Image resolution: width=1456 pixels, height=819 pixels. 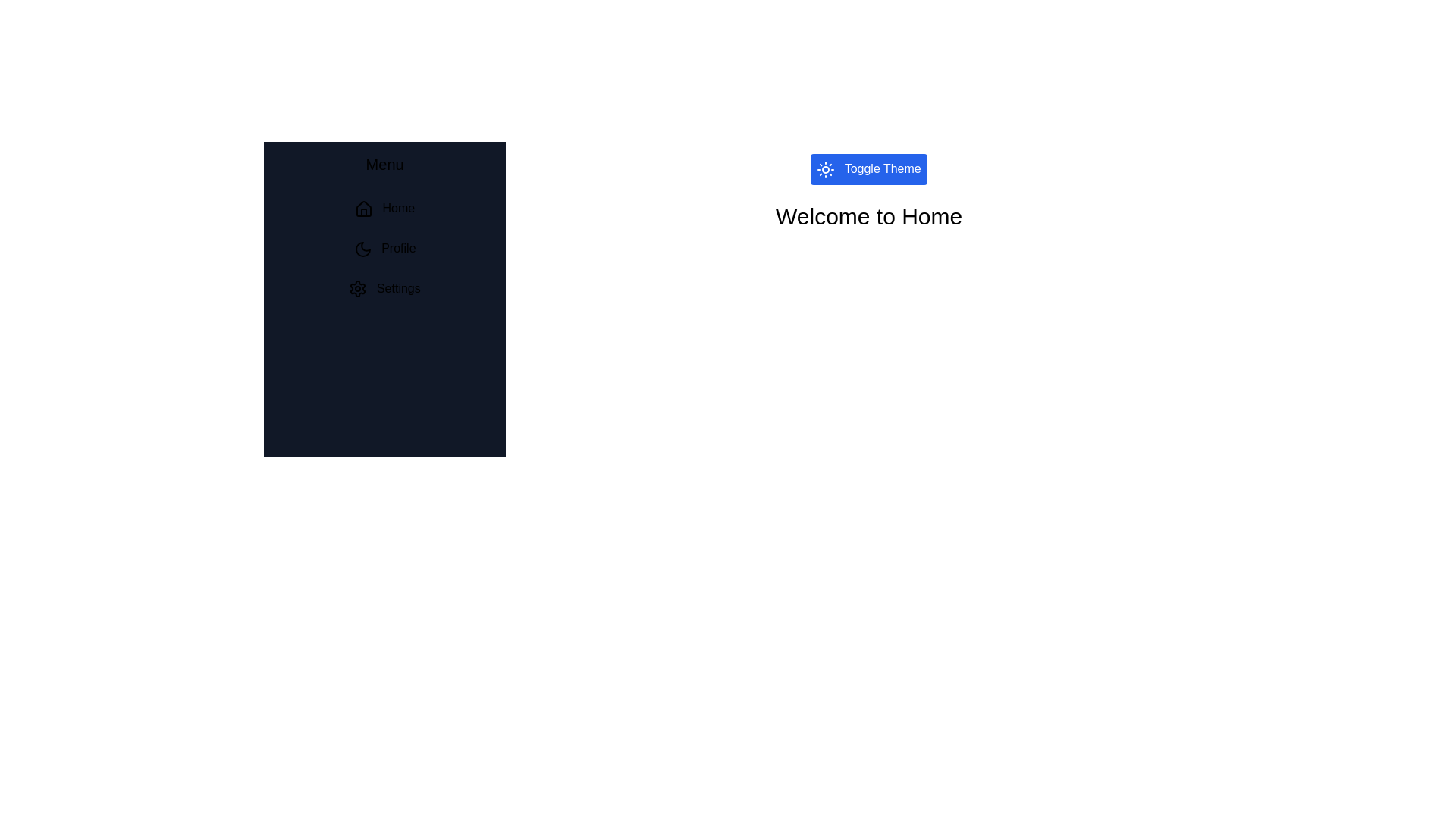 I want to click on the icon next to the menu item Home, so click(x=364, y=209).